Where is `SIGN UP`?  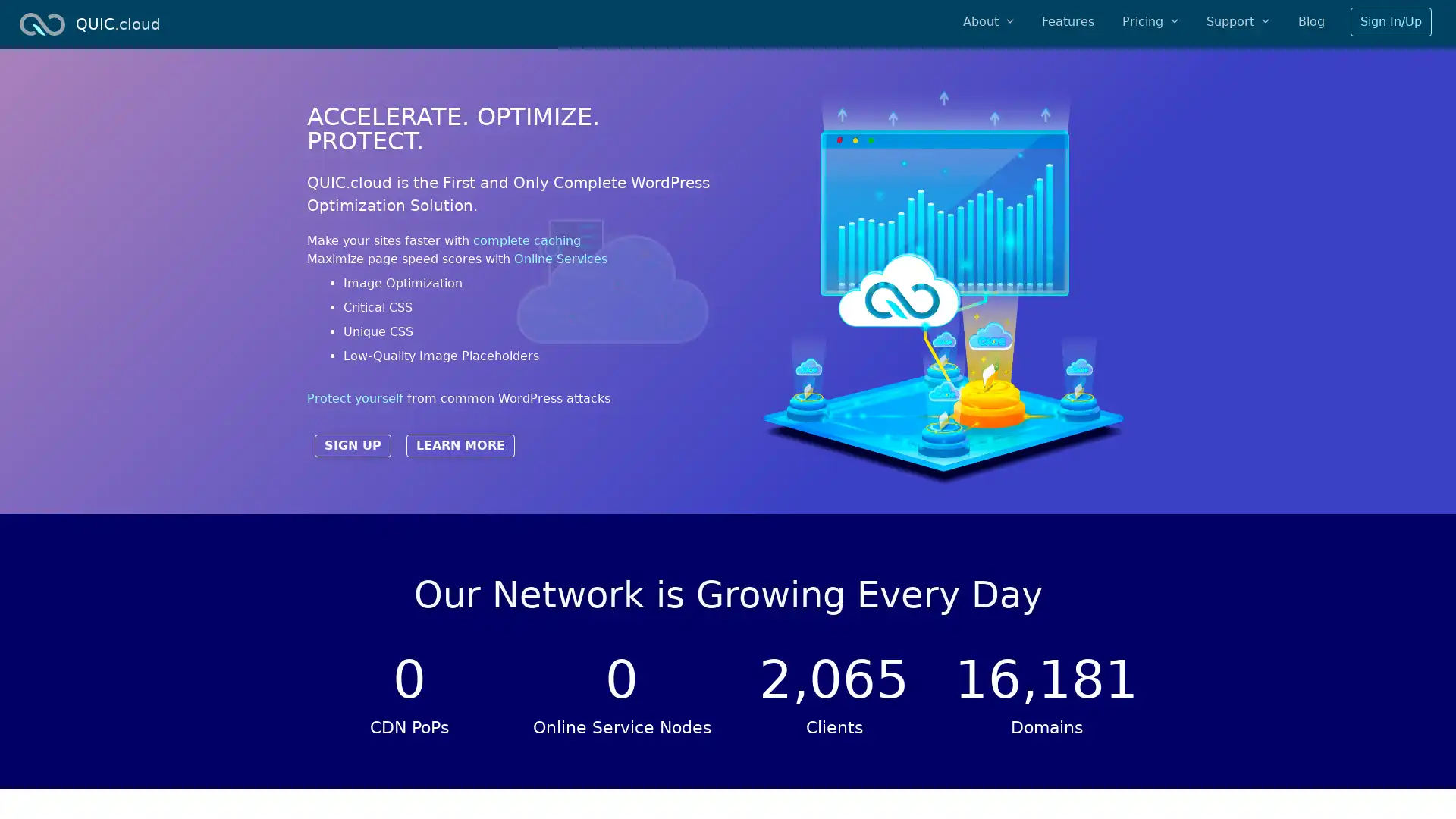 SIGN UP is located at coordinates (352, 444).